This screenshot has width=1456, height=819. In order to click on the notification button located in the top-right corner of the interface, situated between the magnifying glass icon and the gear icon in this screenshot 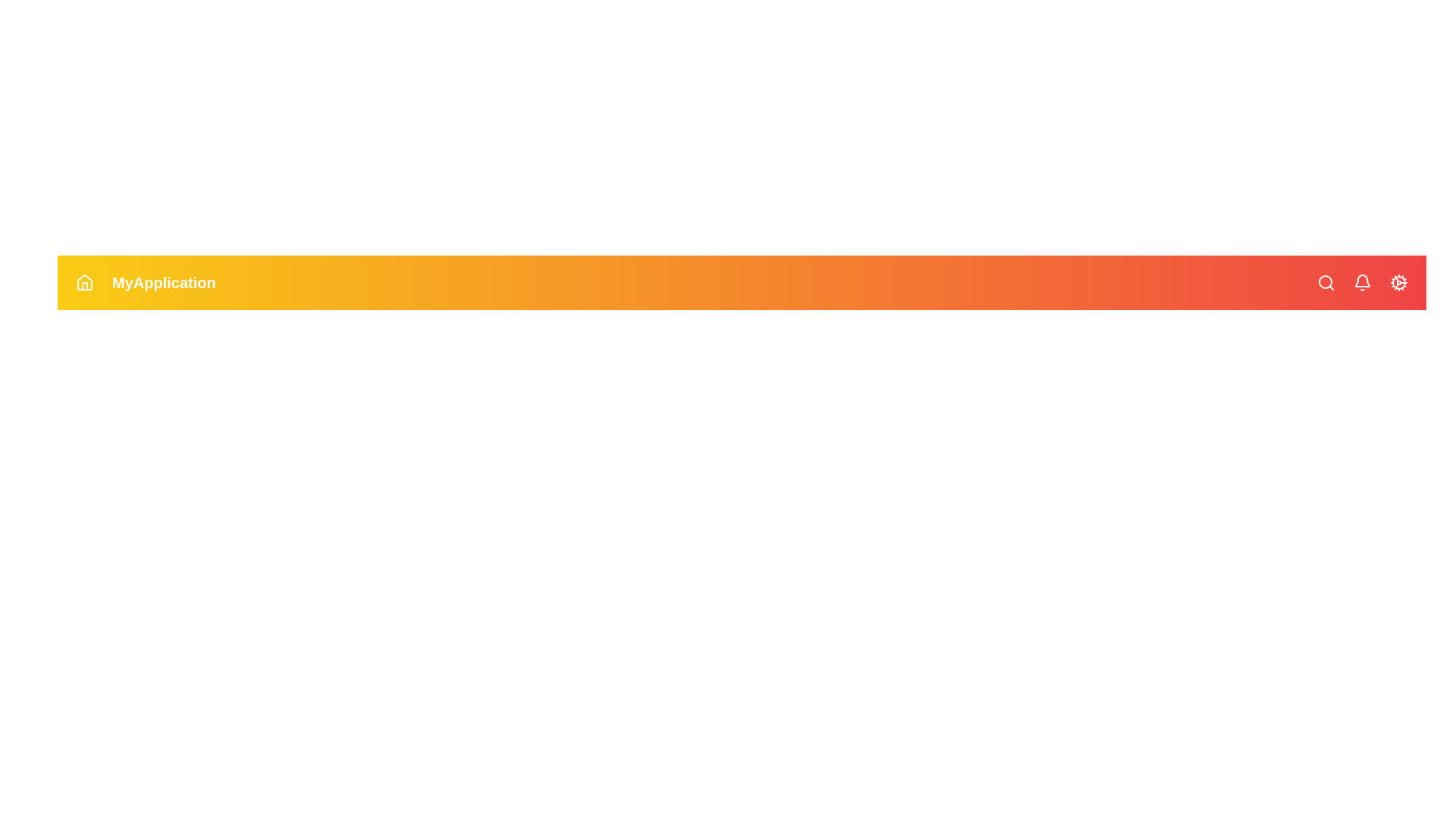, I will do `click(1362, 283)`.